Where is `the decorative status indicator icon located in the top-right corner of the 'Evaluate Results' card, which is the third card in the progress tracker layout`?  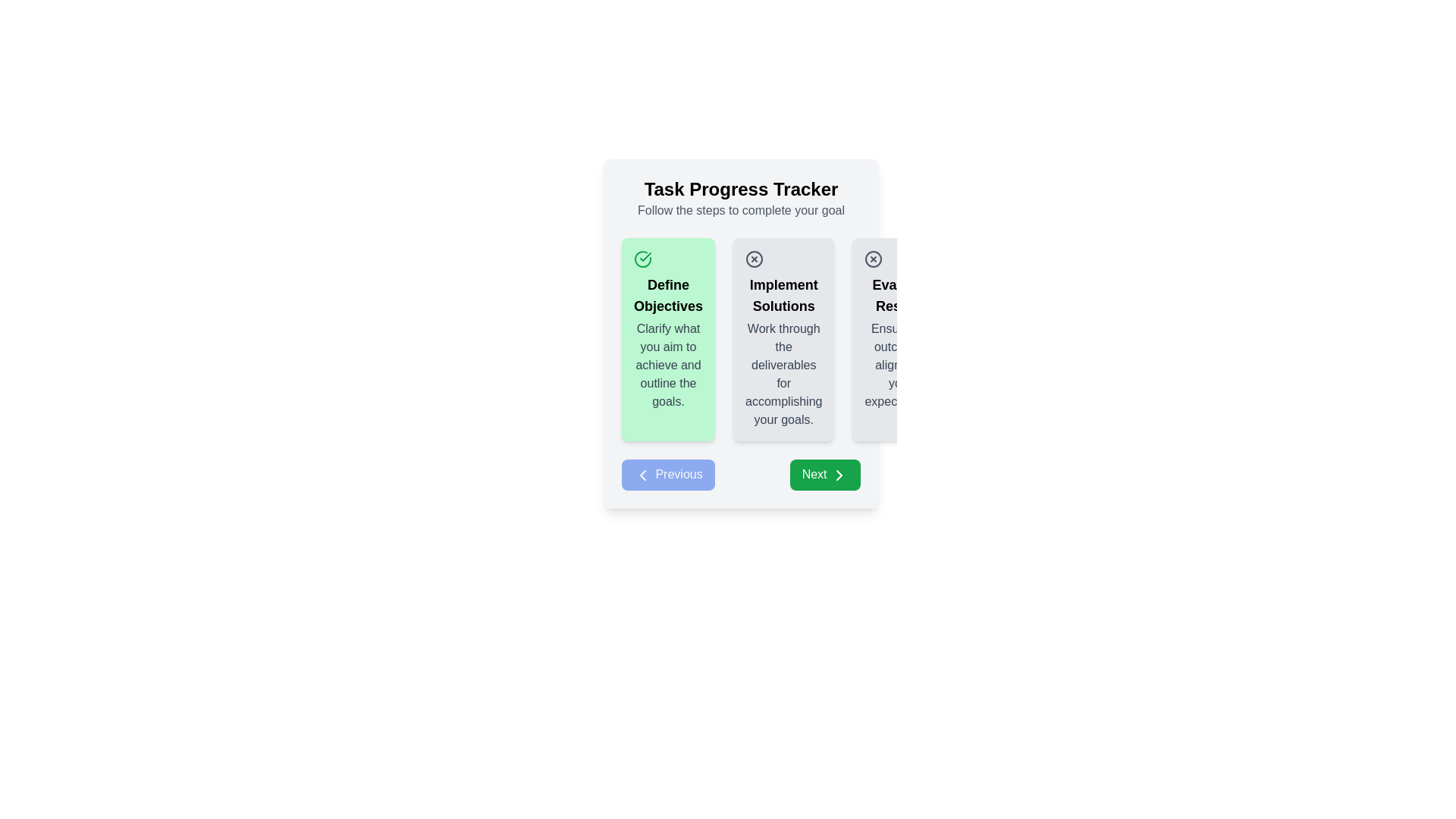
the decorative status indicator icon located in the top-right corner of the 'Evaluate Results' card, which is the third card in the progress tracker layout is located at coordinates (874, 259).